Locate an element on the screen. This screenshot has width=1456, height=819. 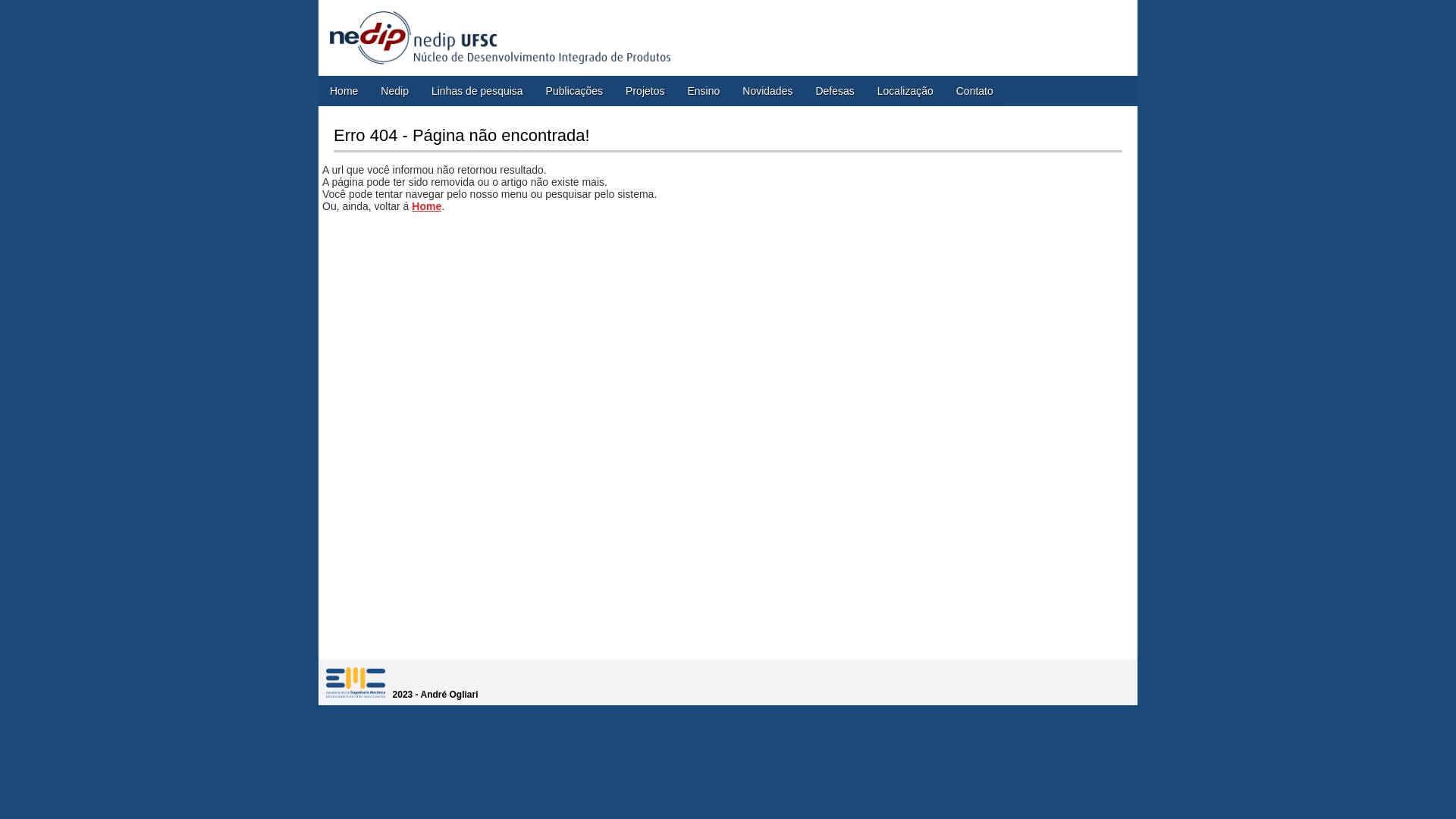
'Home' is located at coordinates (343, 90).